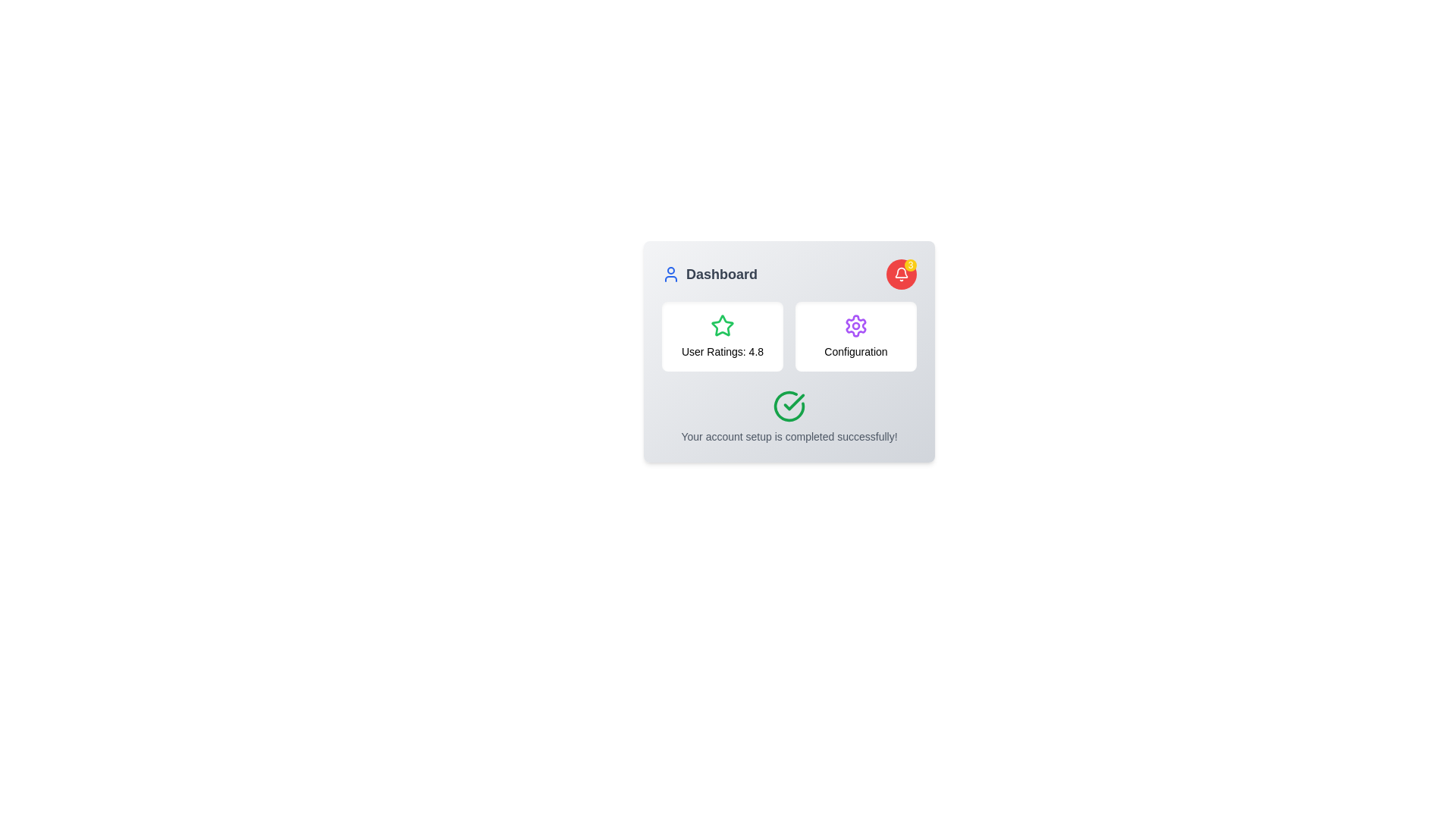 The width and height of the screenshot is (1456, 819). I want to click on the cogwheel-like purple settings icon located in the central-right area of the dashboard interface, so click(855, 325).